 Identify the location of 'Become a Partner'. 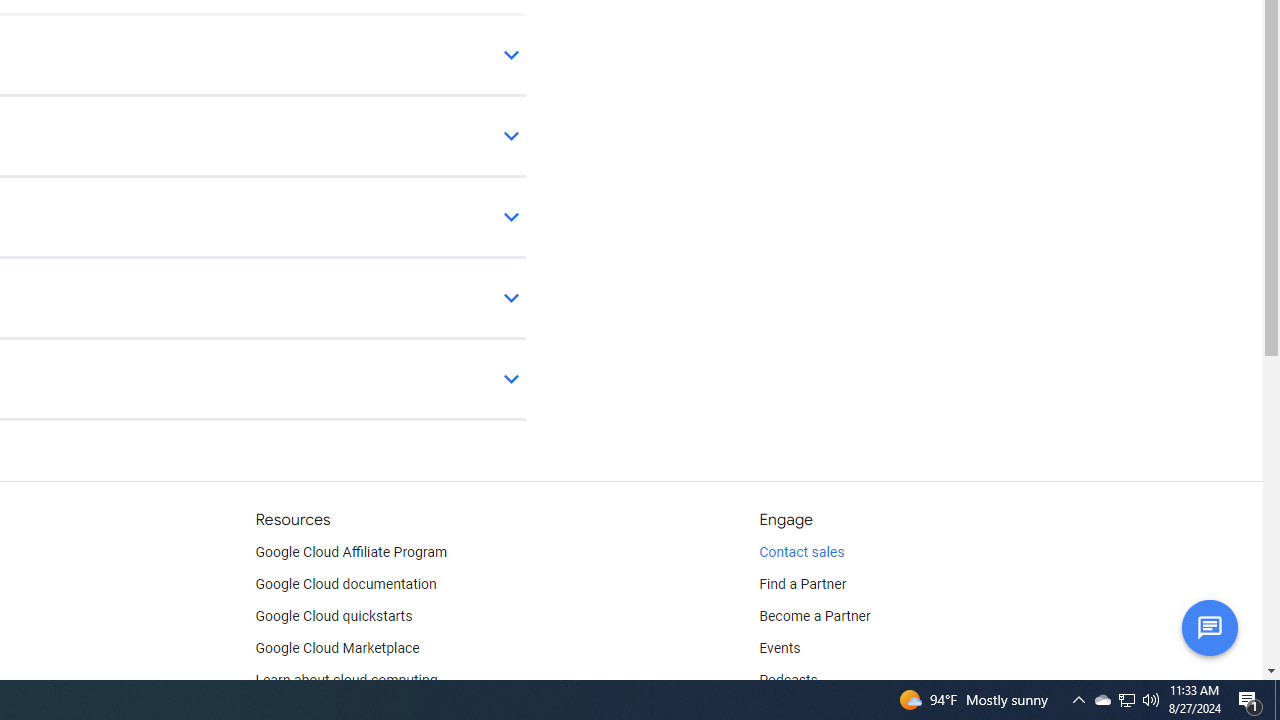
(814, 616).